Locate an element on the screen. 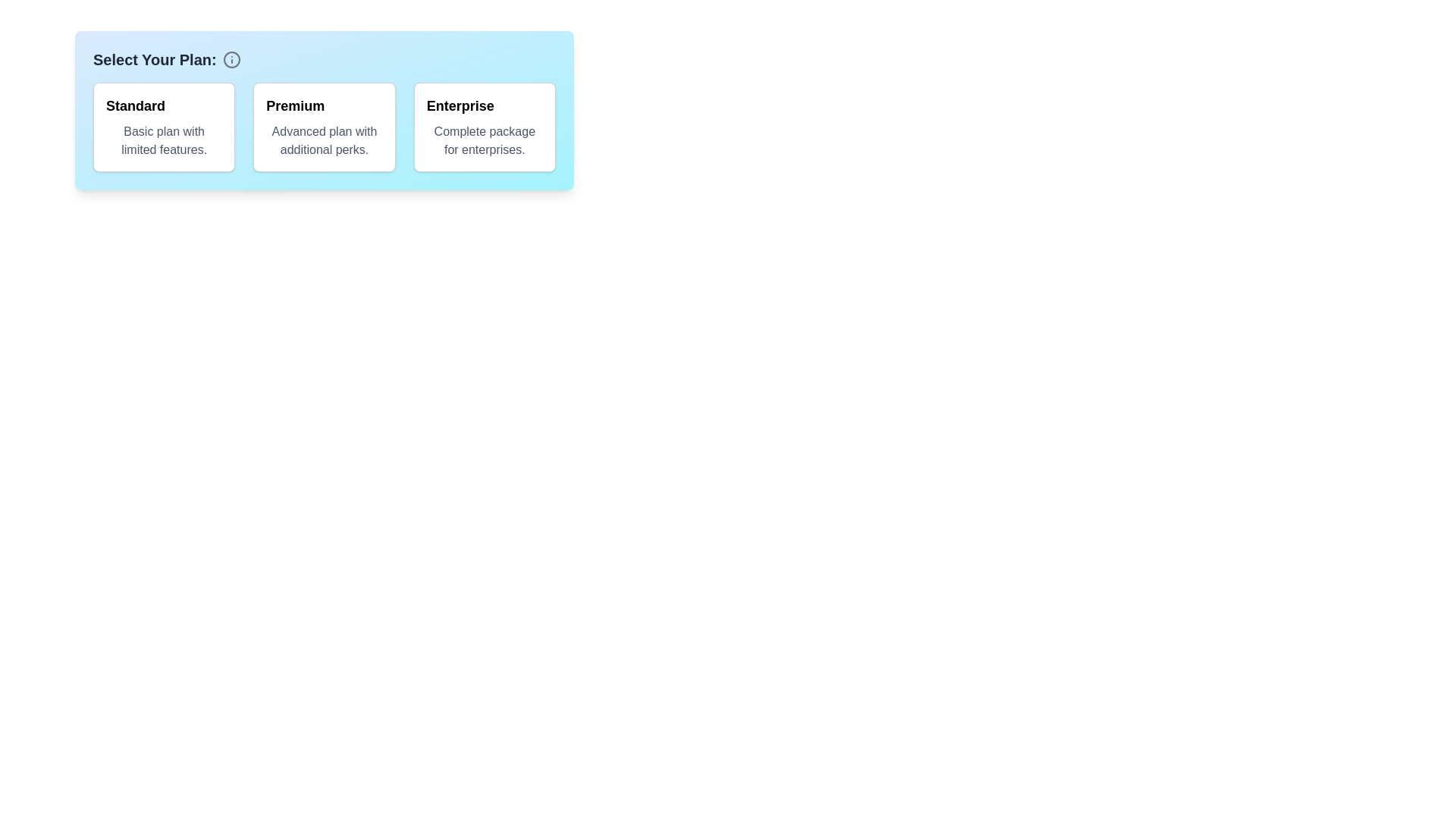  the bold text label displaying 'Premium' located at the upper center of the second card in a horizontal arrangement of three cards is located at coordinates (295, 105).